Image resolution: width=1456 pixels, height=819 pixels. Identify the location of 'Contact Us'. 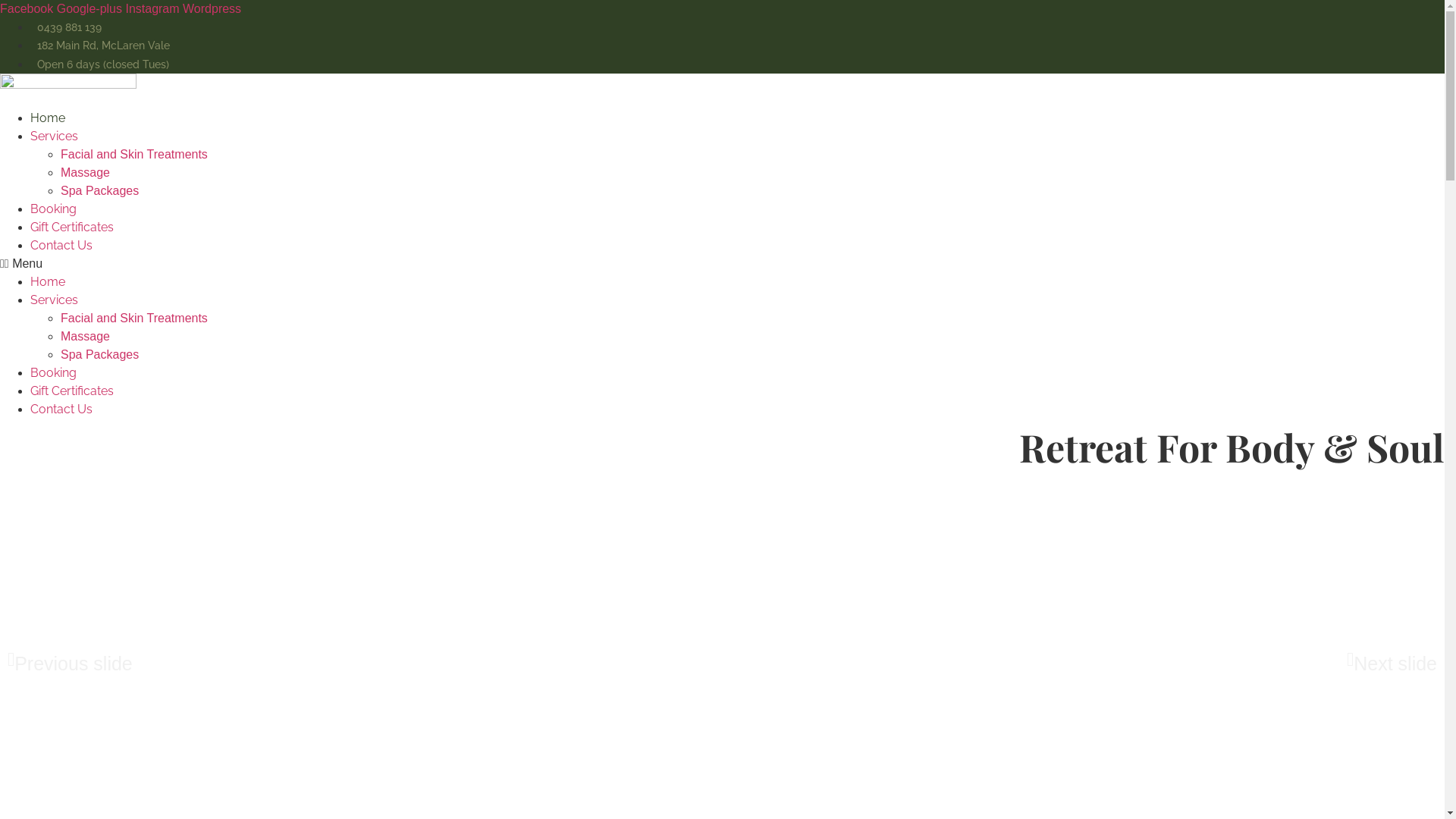
(30, 408).